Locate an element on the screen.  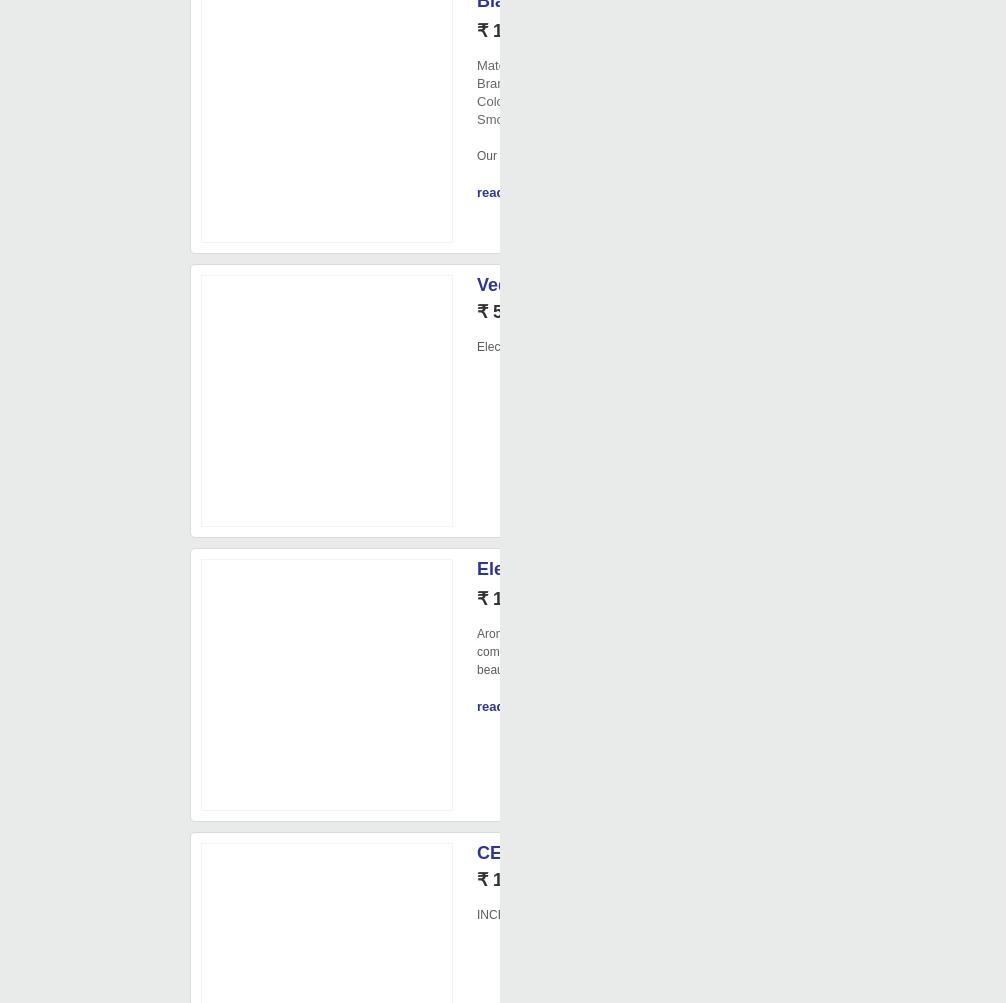
':  Megam' is located at coordinates (536, 83).